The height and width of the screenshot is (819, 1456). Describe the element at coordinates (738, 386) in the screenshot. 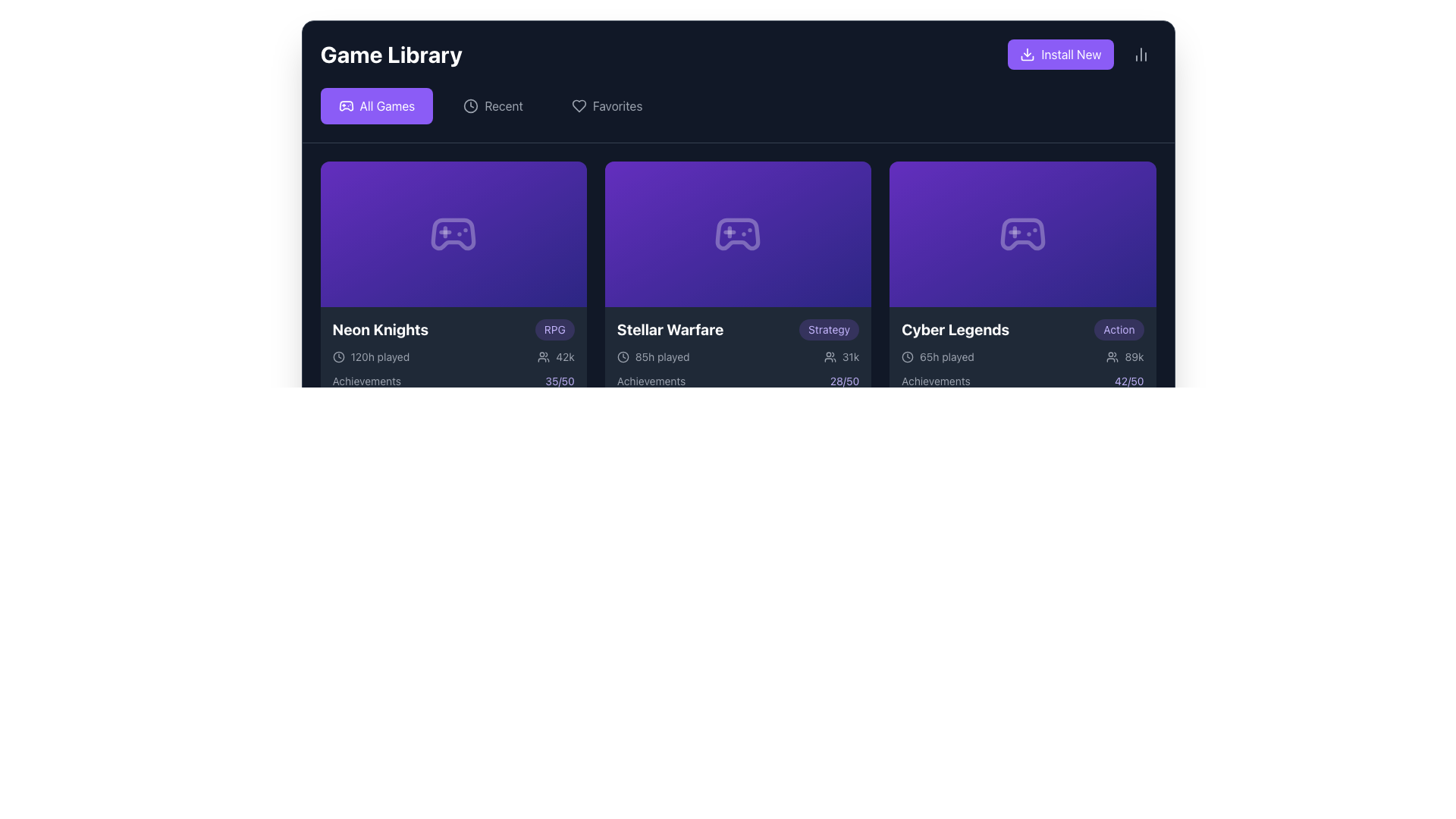

I see `the Progress tracker with text labels that displays achievement information for the 'Stellar Warfare' game, located in the bottom portion of the card in the middle column of the game cards grid` at that location.